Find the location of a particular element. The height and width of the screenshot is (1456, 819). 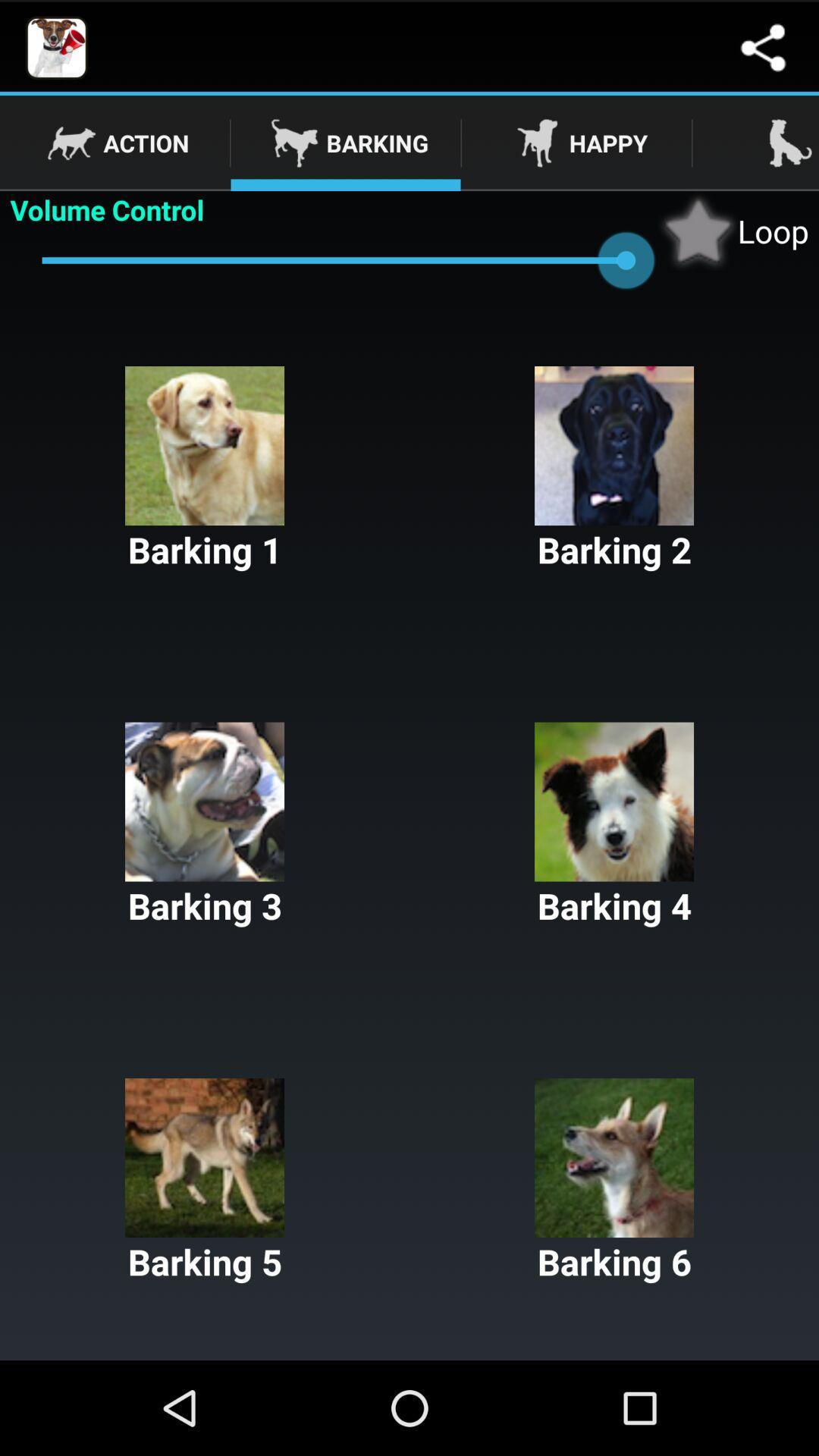

the barking 2 is located at coordinates (614, 469).